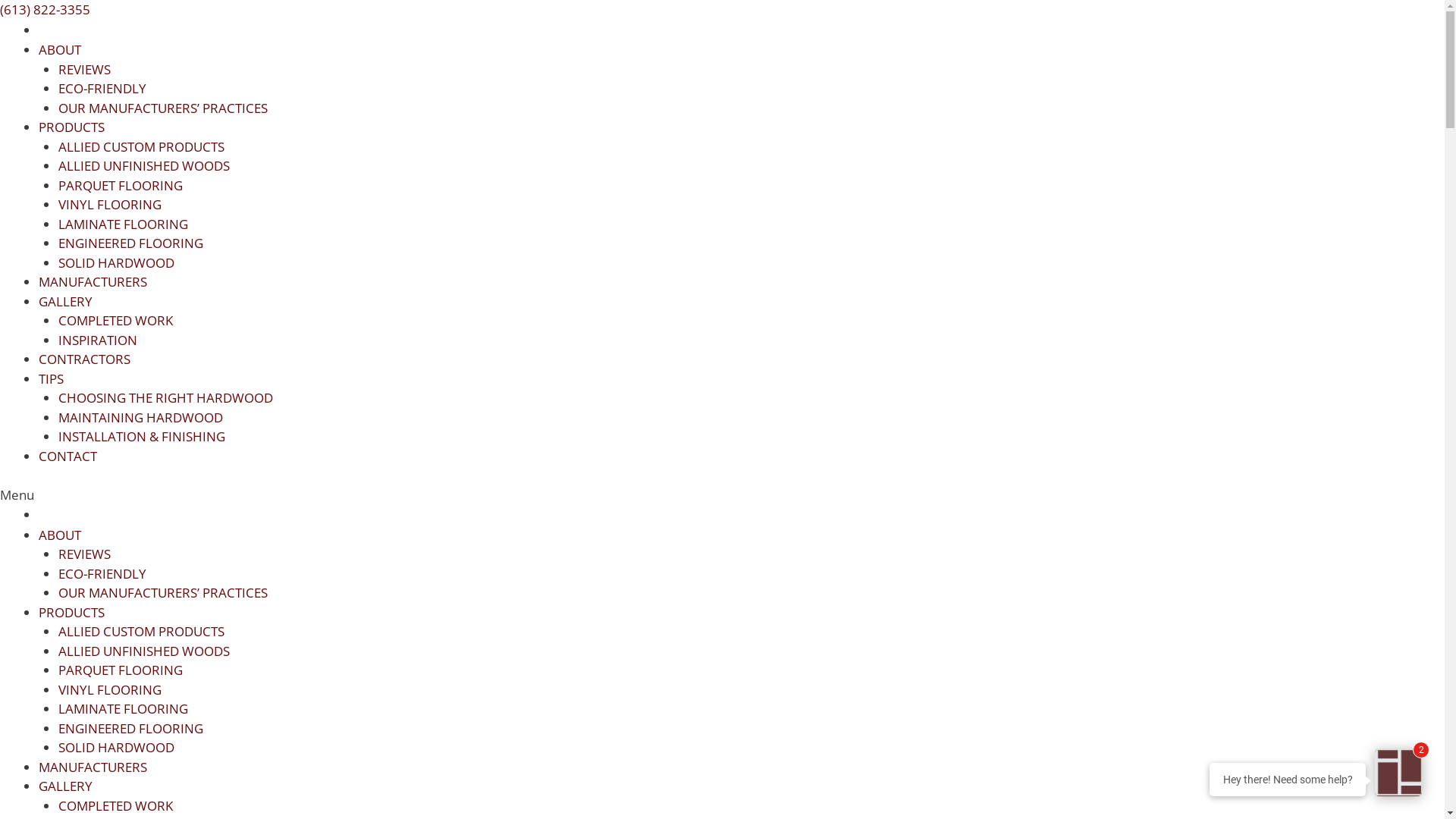 This screenshot has width=1456, height=819. Describe the element at coordinates (67, 455) in the screenshot. I see `'CONTACT'` at that location.